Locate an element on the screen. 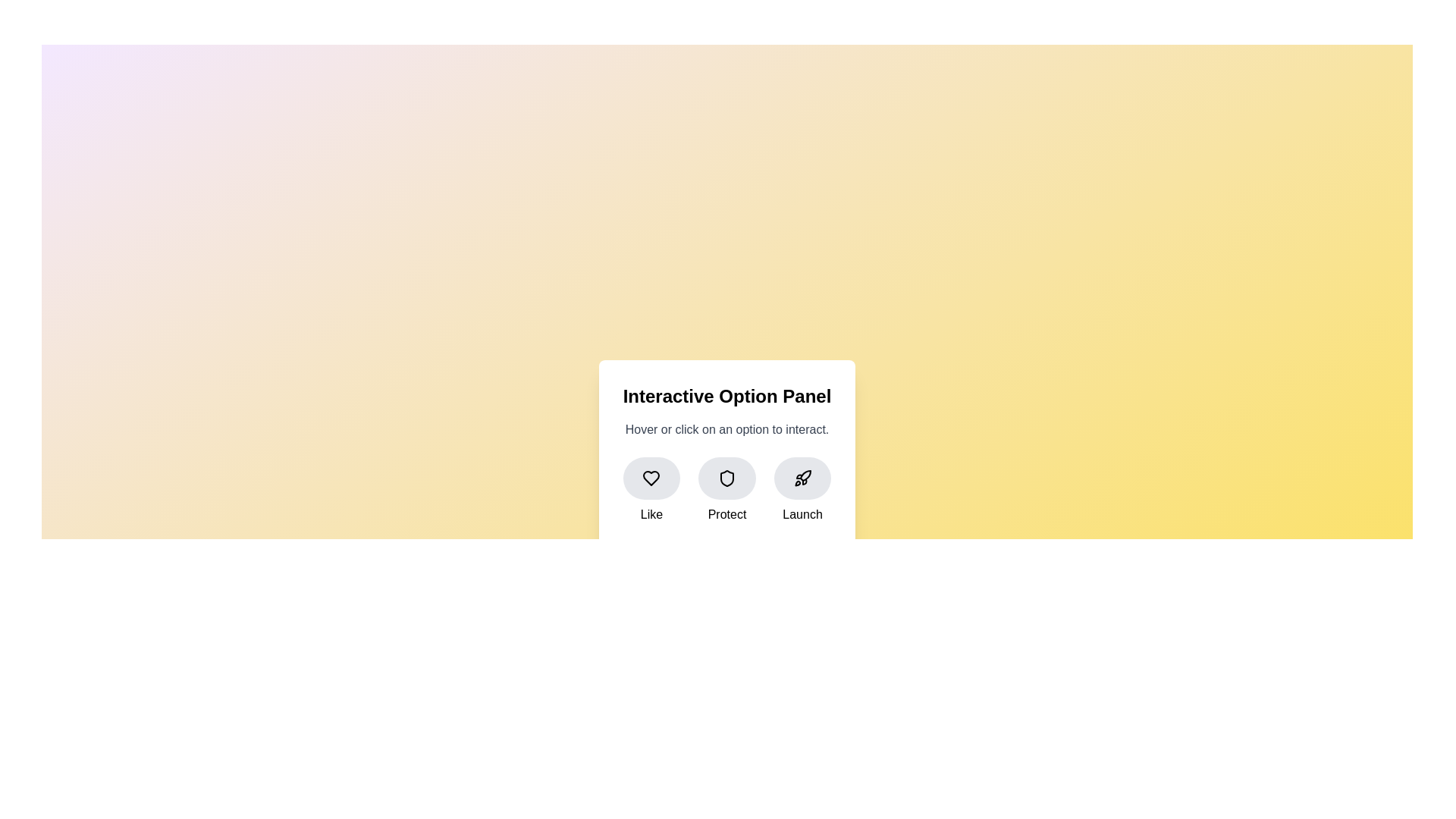 The height and width of the screenshot is (819, 1456). the heart-shaped icon button outlined in black, which represents the 'like' action, located at the center of the interactive panel is located at coordinates (651, 479).